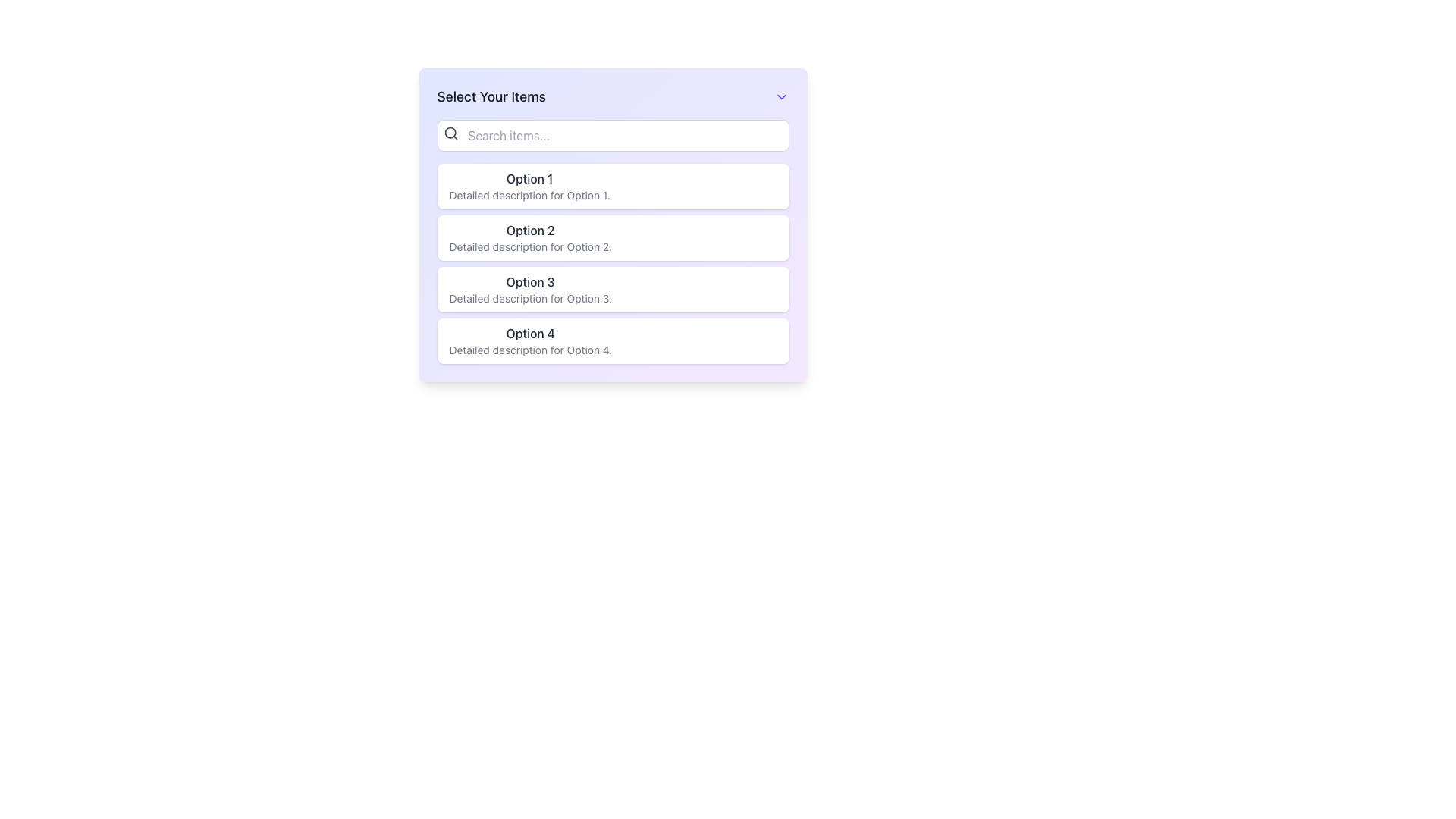 The height and width of the screenshot is (819, 1456). I want to click on descriptive text located beneath the main label 'Option 4' in the list interface, which provides additional information about this option, so click(530, 350).